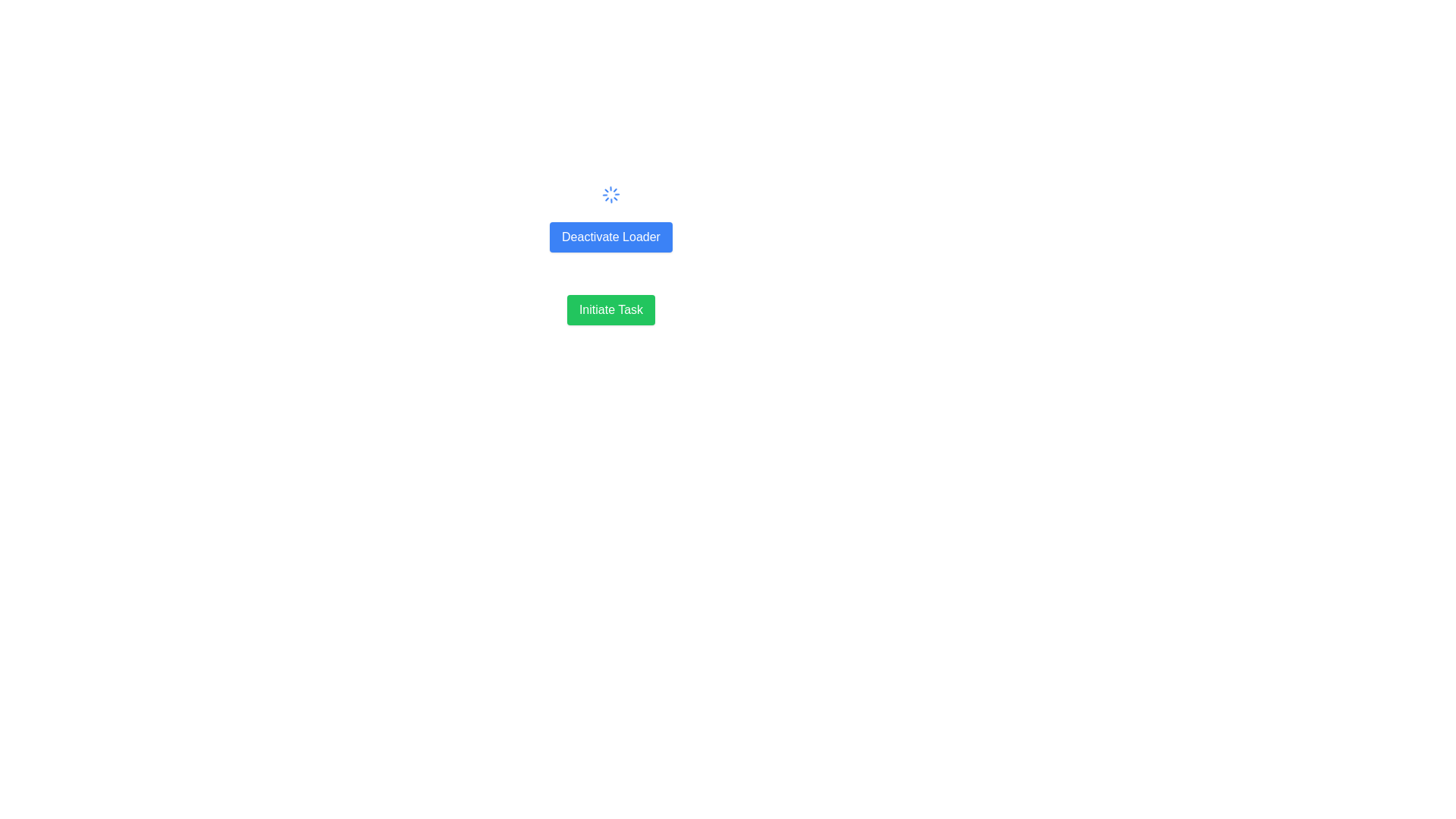 The height and width of the screenshot is (819, 1456). What do you see at coordinates (611, 237) in the screenshot?
I see `the button located directly below the spinning loader icon` at bounding box center [611, 237].